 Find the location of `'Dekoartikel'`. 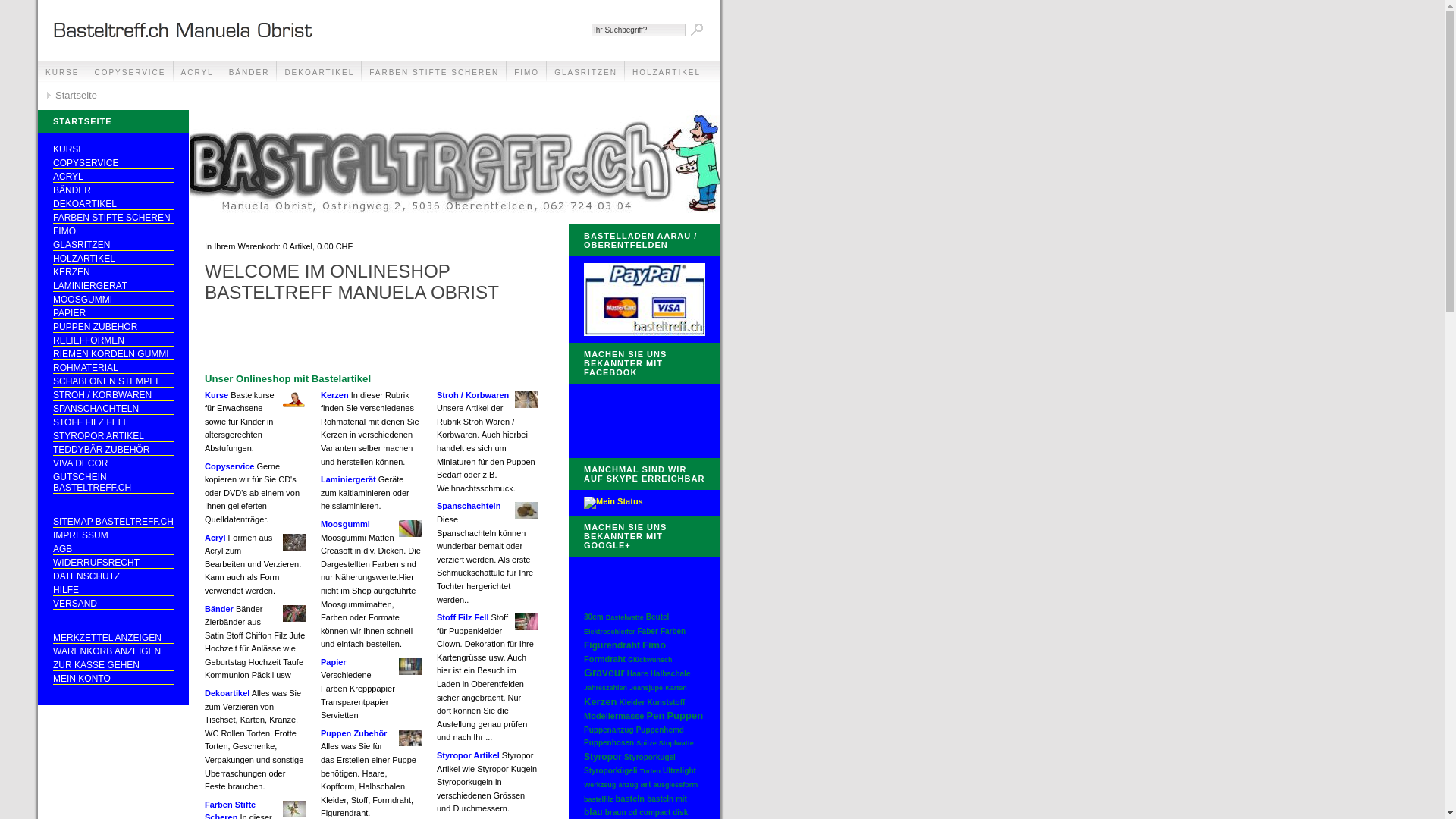

'Dekoartikel' is located at coordinates (226, 693).